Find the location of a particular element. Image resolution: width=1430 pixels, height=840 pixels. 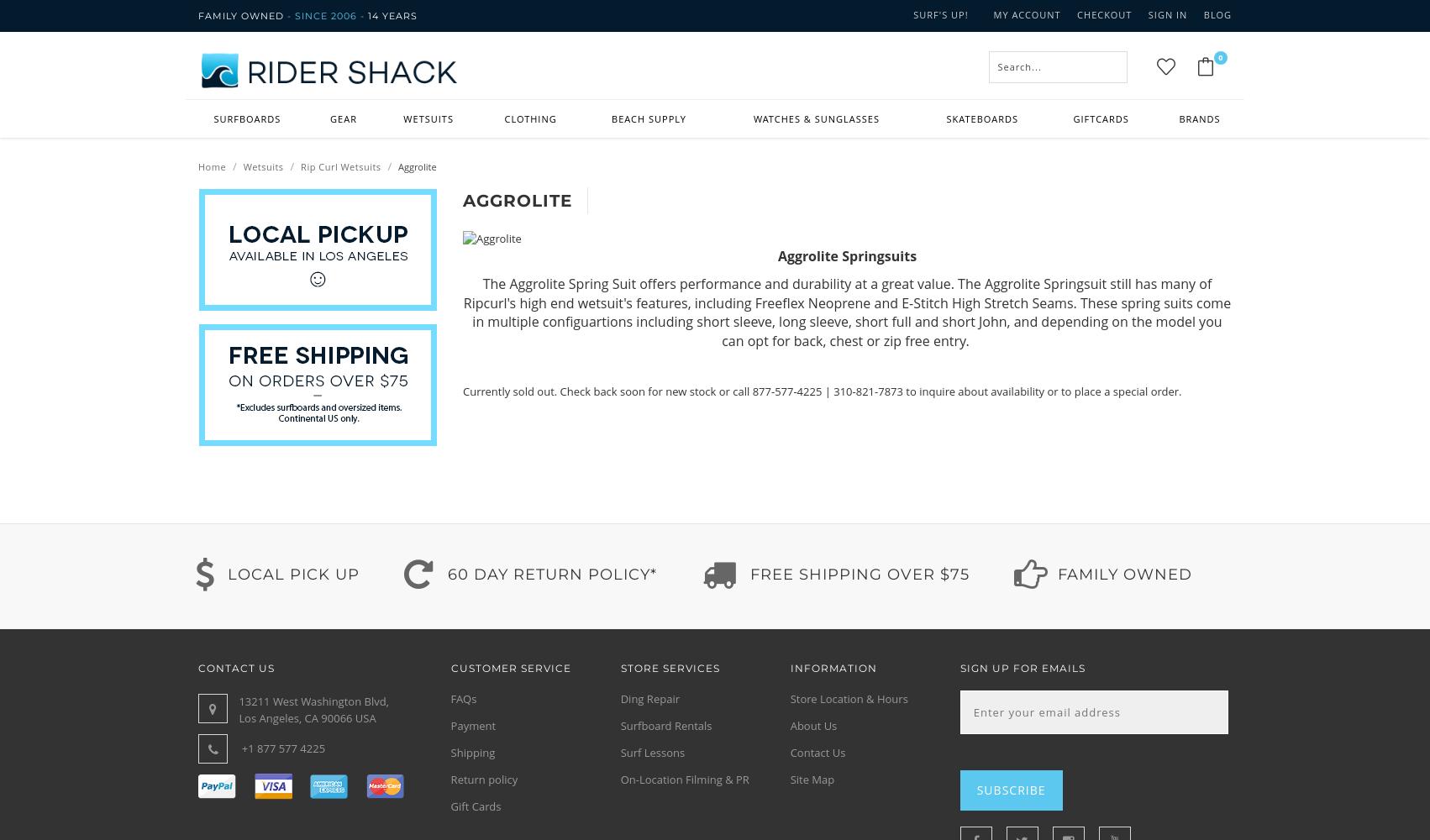

'My Account' is located at coordinates (1027, 14).